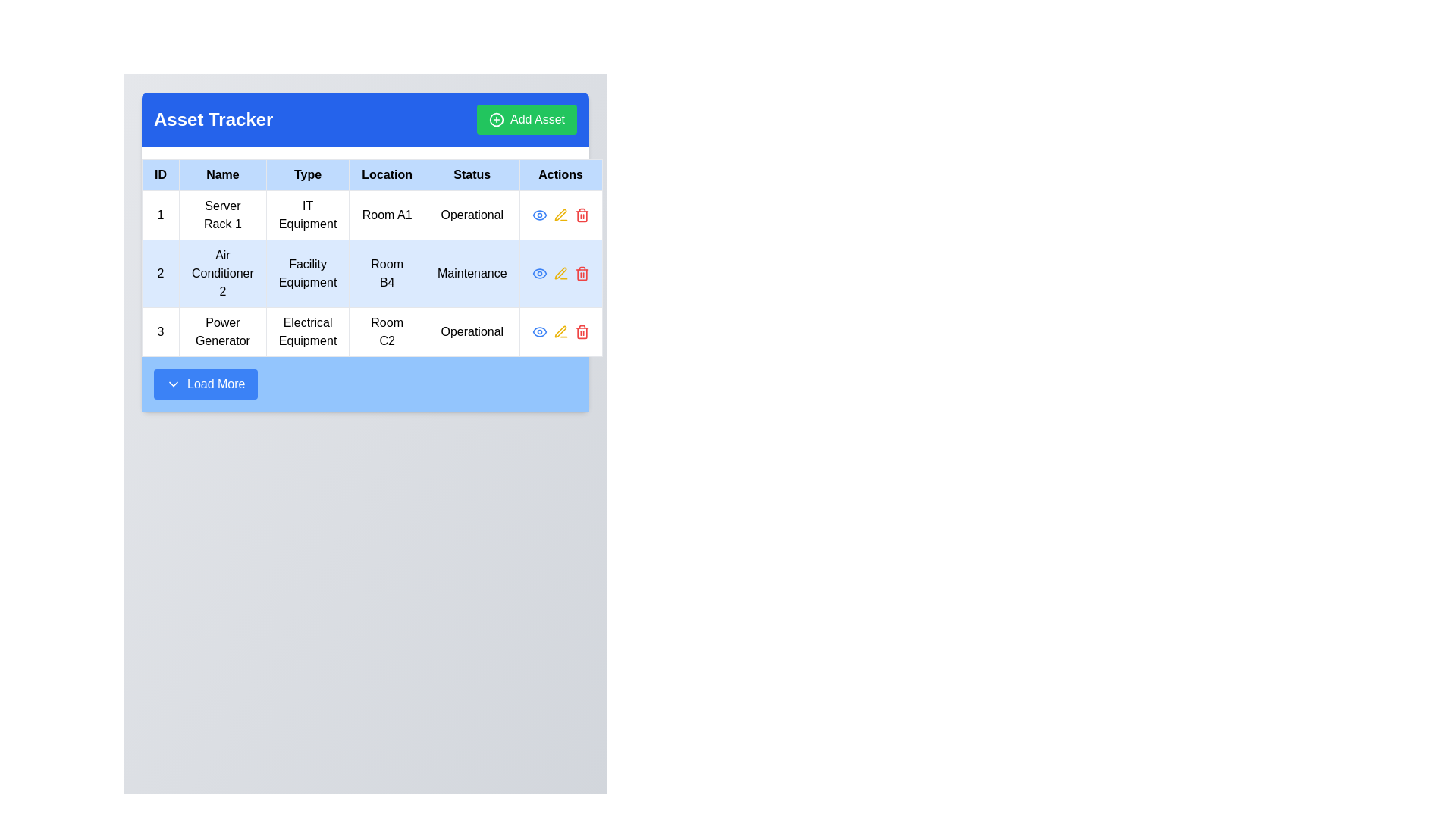 This screenshot has height=819, width=1456. Describe the element at coordinates (560, 274) in the screenshot. I see `the Interactive Icon Button in the 'Actions' column of the second row of the asset tracking table` at that location.